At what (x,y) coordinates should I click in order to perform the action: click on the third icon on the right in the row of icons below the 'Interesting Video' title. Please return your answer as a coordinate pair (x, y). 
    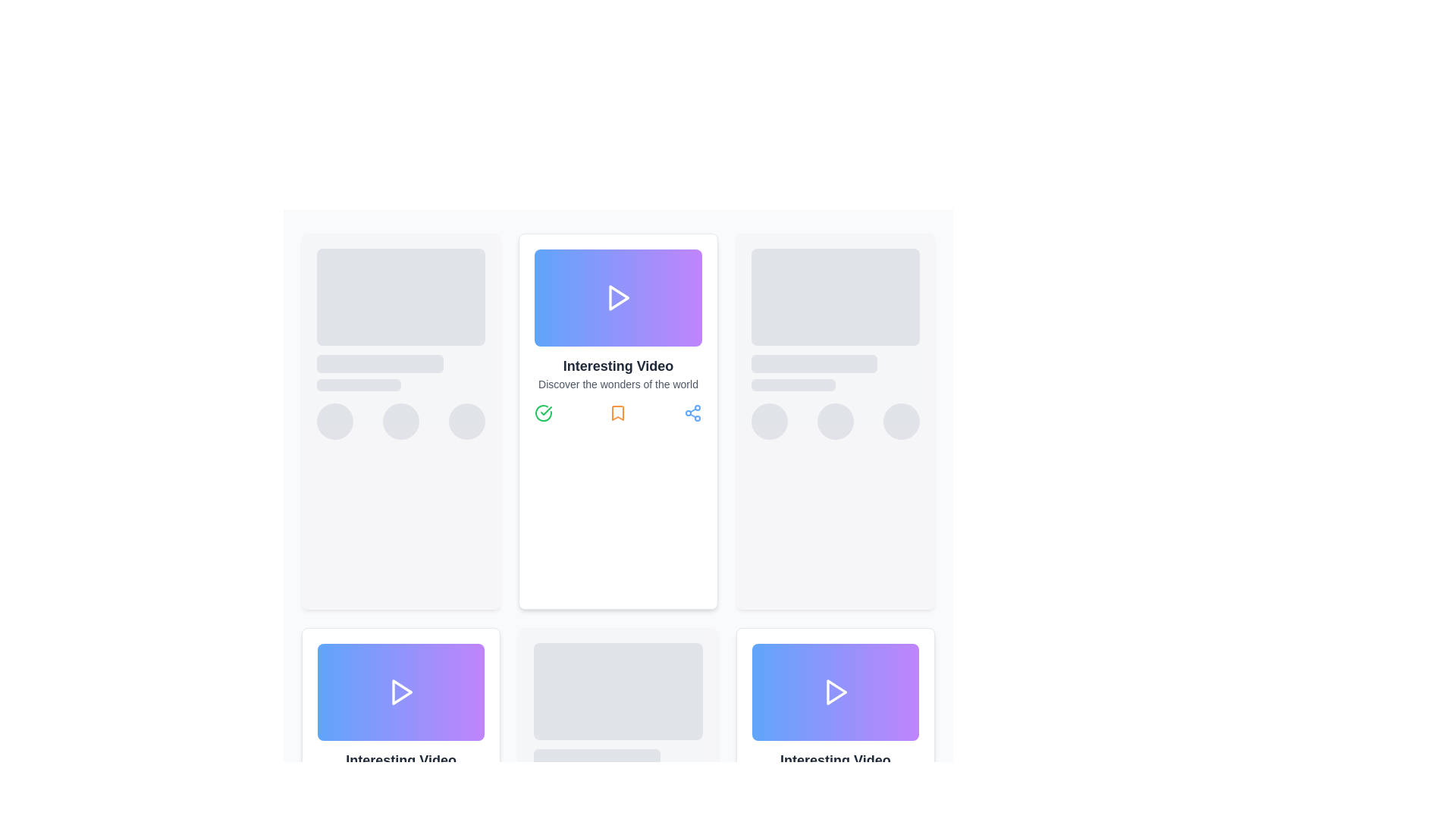
    Looking at the image, I should click on (692, 413).